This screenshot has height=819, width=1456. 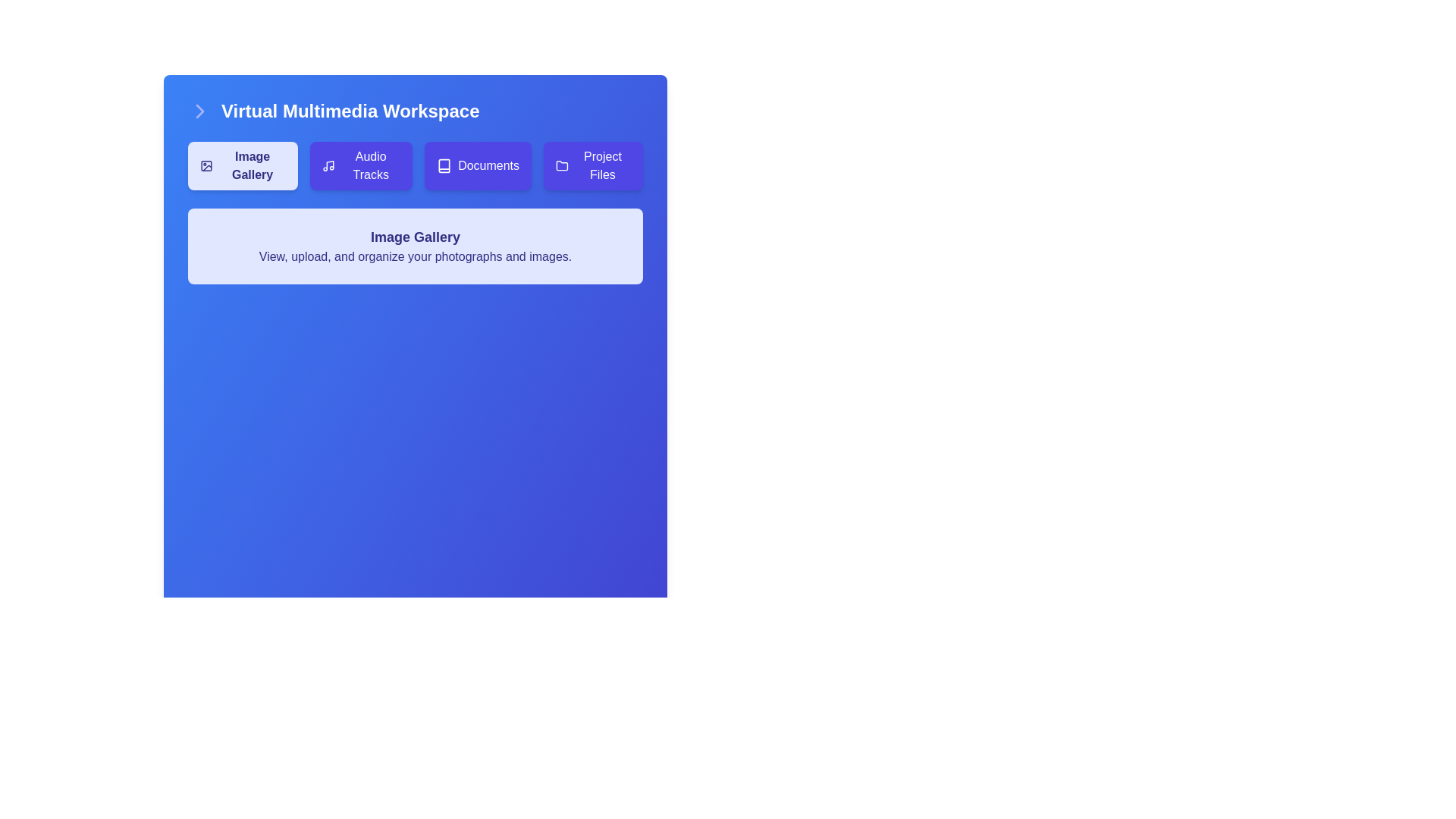 I want to click on text block labeled 'Image Gallery' that provides information about viewing, uploading, and organizing photographs and images, located below the 'Virtual Multimedia Workspace' header, so click(x=415, y=245).